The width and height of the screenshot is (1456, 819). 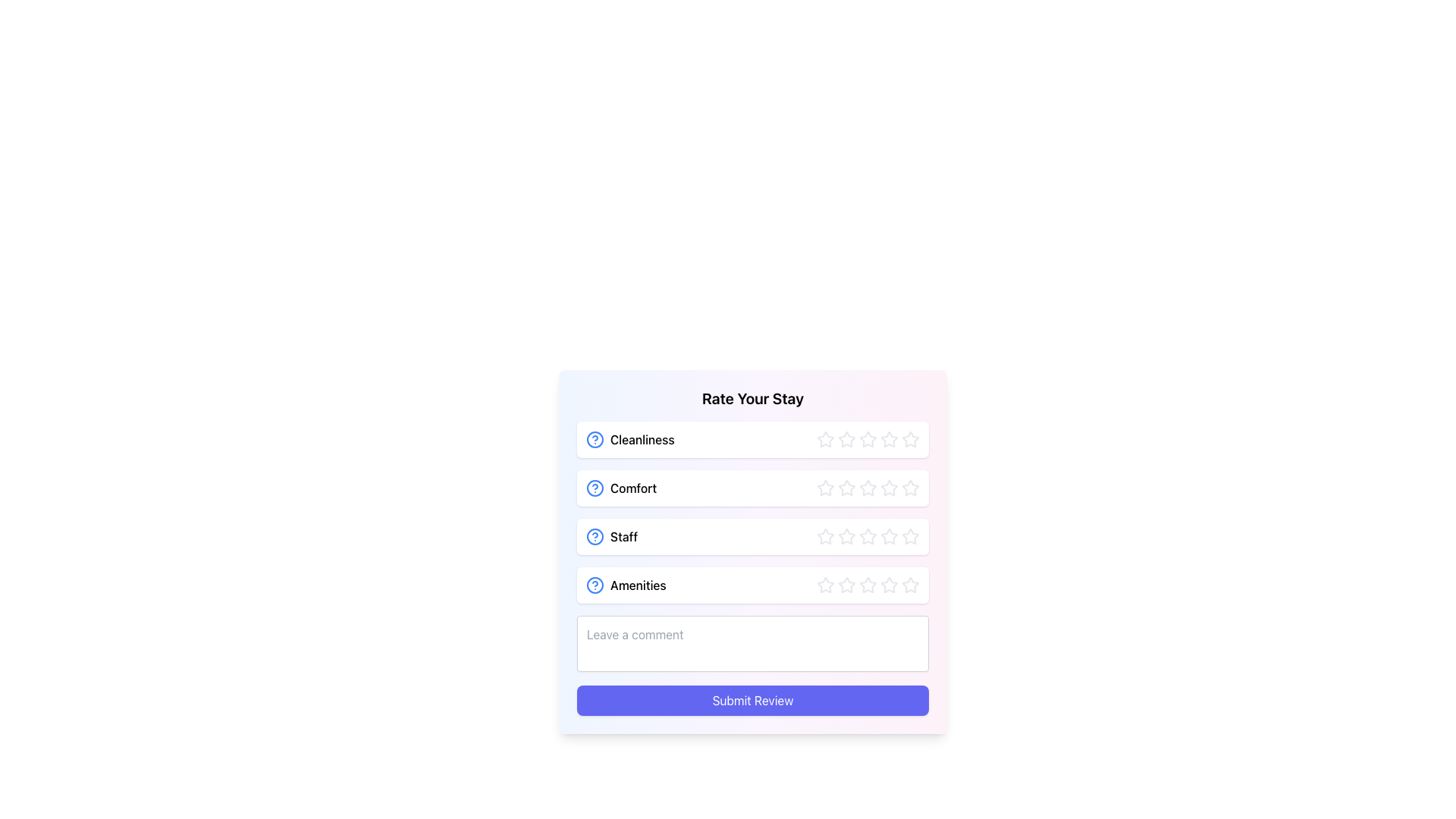 I want to click on the 'Cleanliness' text label, so click(x=630, y=439).